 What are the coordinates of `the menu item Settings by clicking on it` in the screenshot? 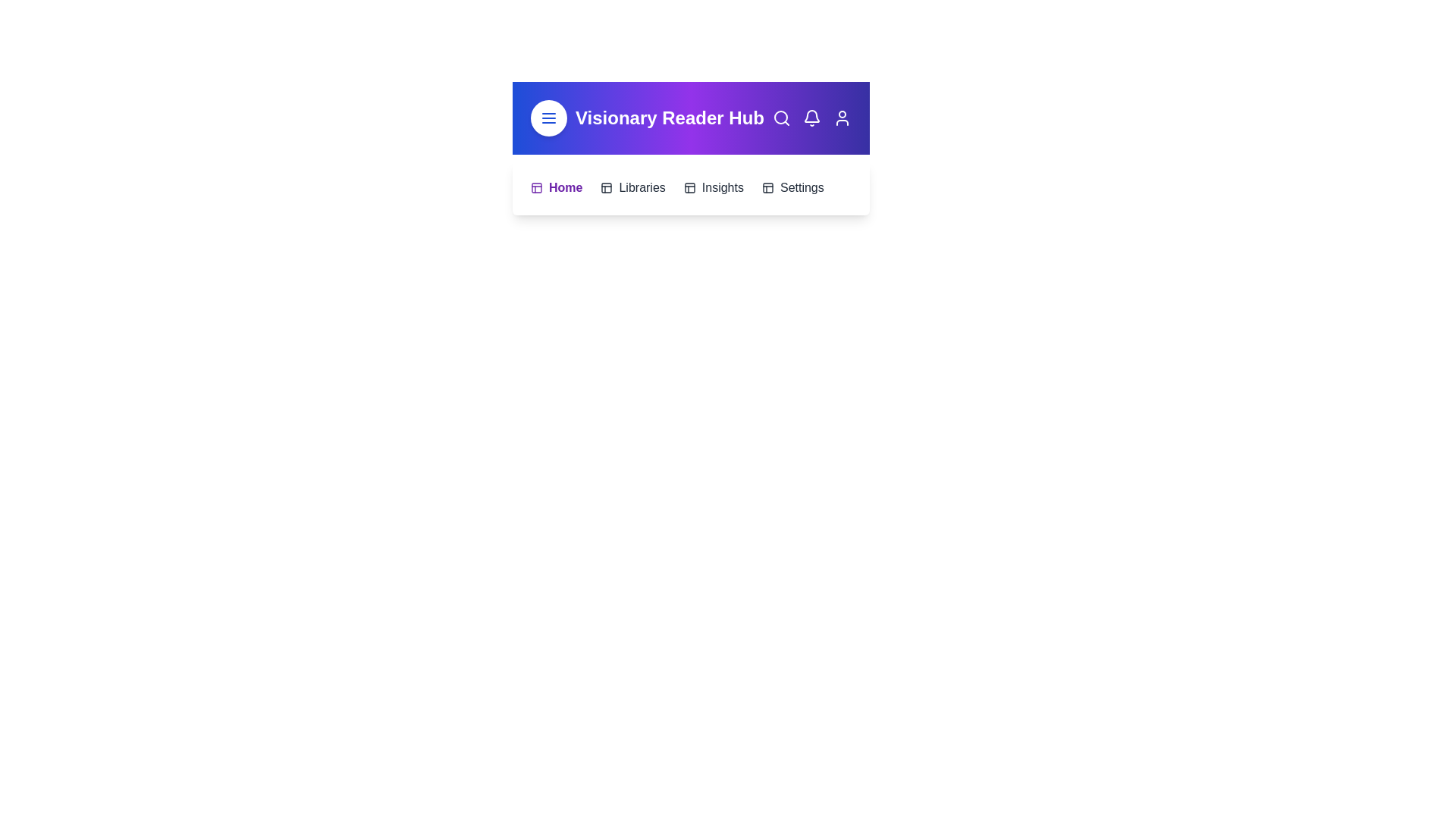 It's located at (792, 187).